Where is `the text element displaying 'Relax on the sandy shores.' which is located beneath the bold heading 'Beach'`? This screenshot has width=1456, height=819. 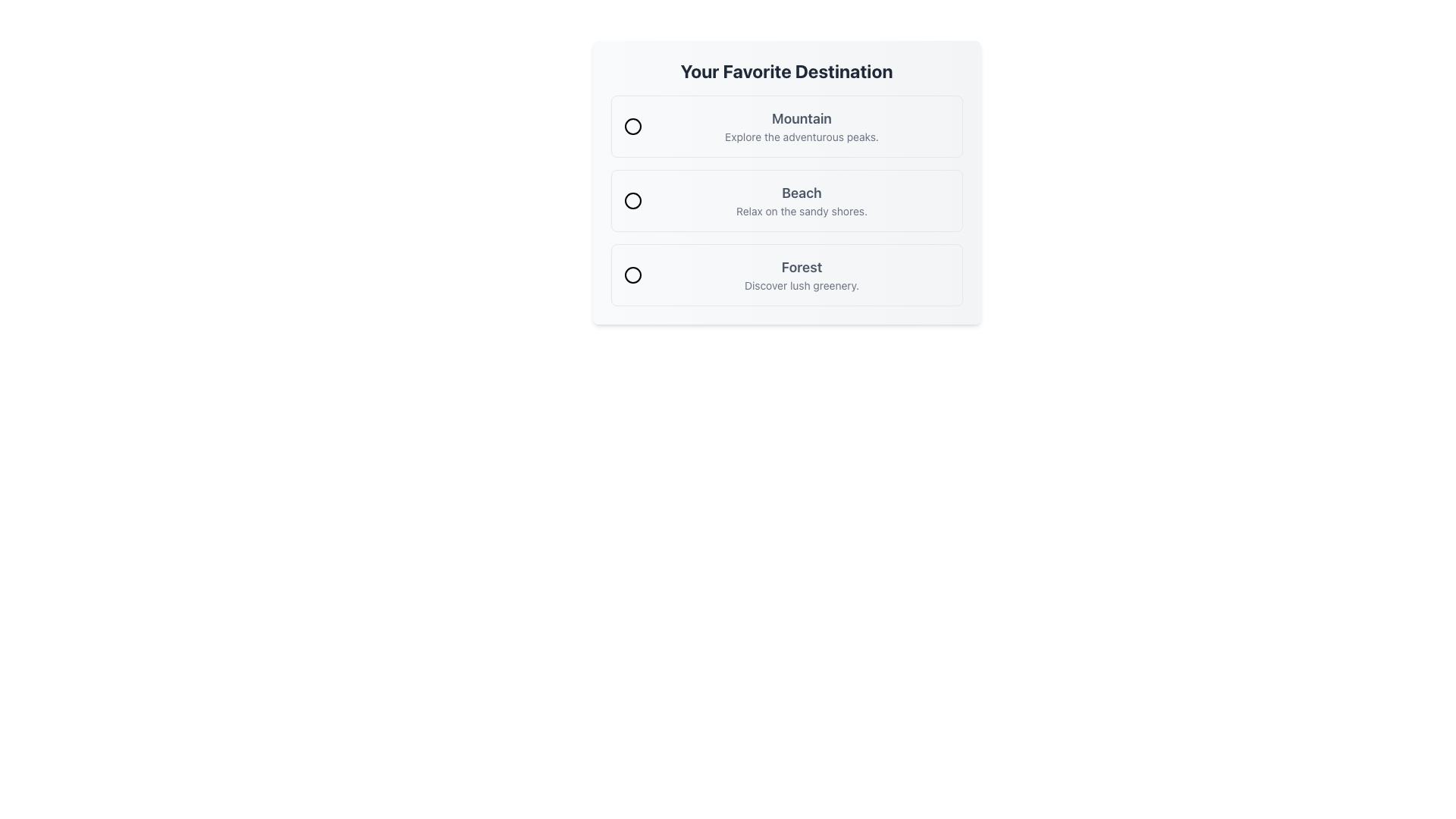 the text element displaying 'Relax on the sandy shores.' which is located beneath the bold heading 'Beach' is located at coordinates (801, 211).